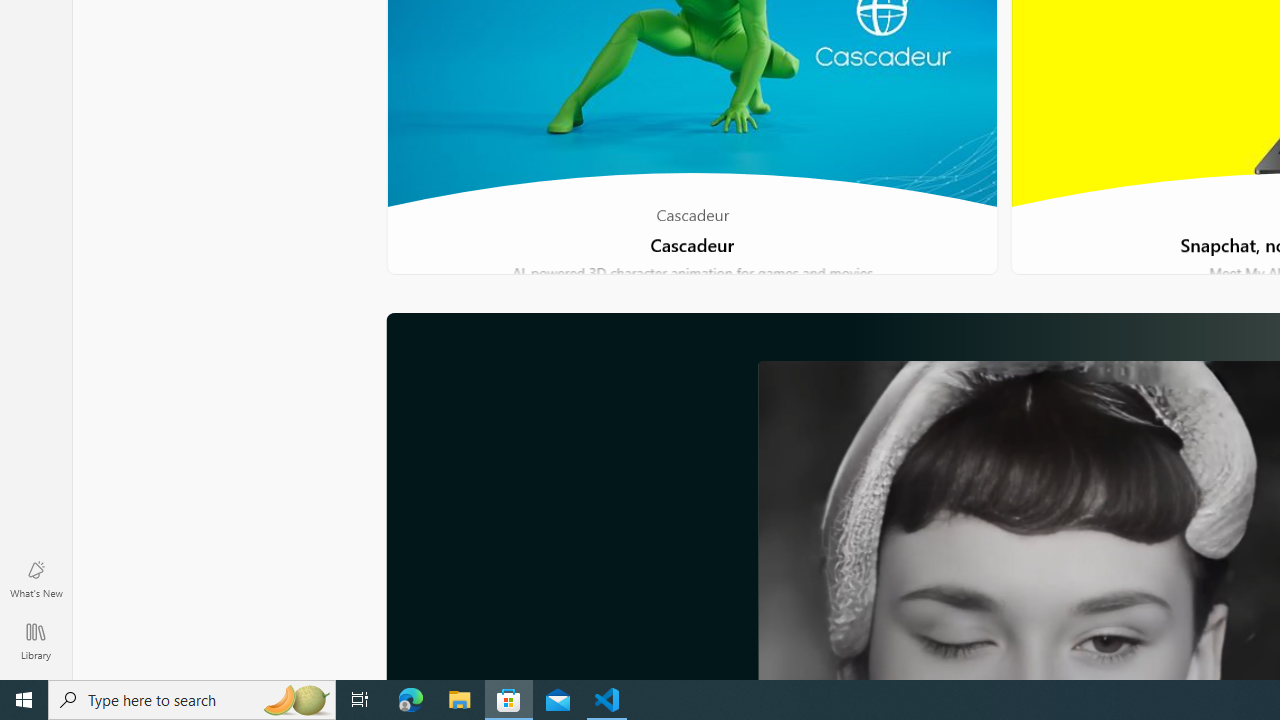 The height and width of the screenshot is (720, 1280). I want to click on 'What', so click(35, 578).